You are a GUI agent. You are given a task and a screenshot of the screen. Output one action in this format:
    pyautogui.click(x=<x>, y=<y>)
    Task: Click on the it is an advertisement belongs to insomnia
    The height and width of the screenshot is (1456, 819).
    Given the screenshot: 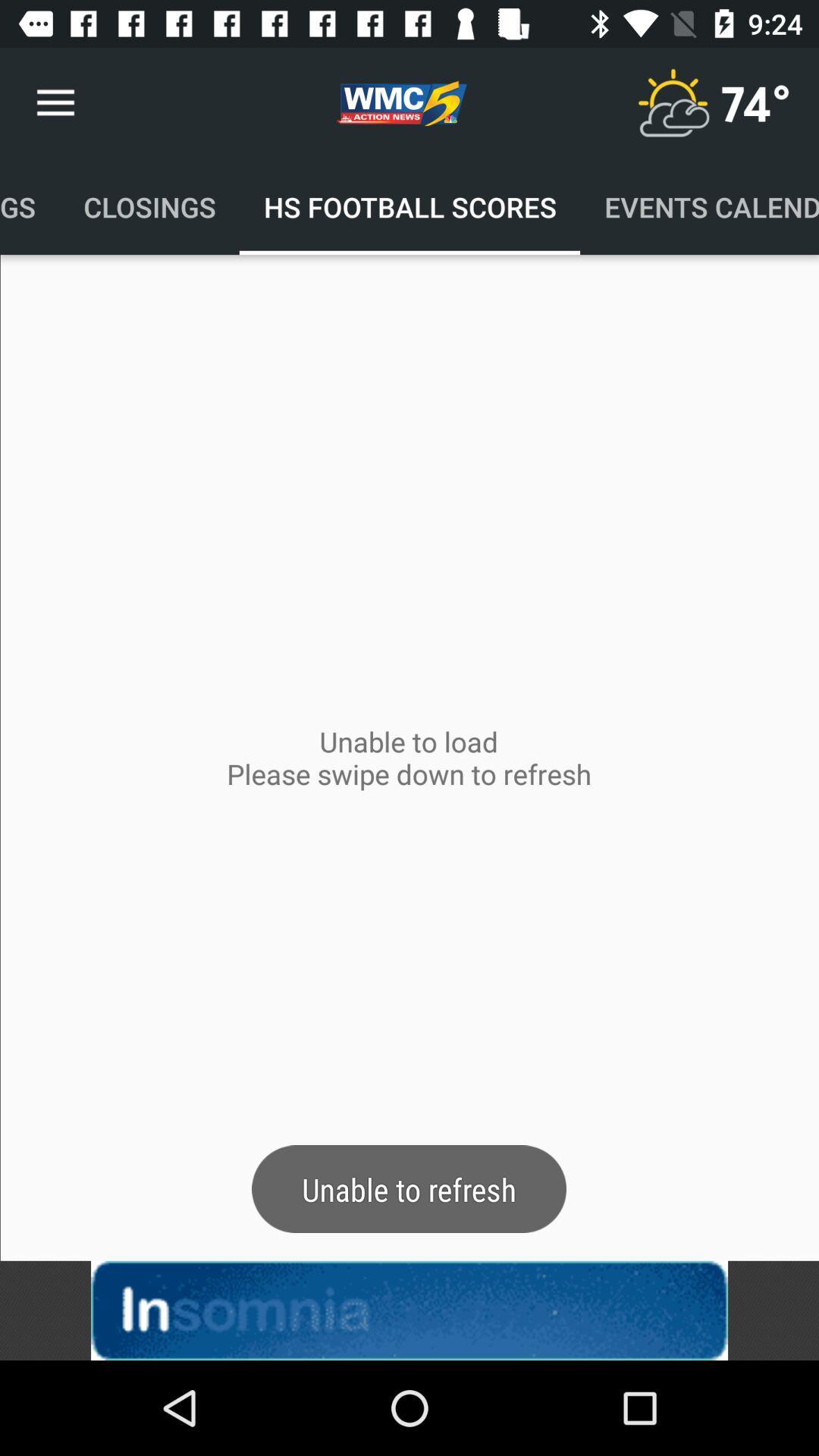 What is the action you would take?
    pyautogui.click(x=409, y=1310)
    